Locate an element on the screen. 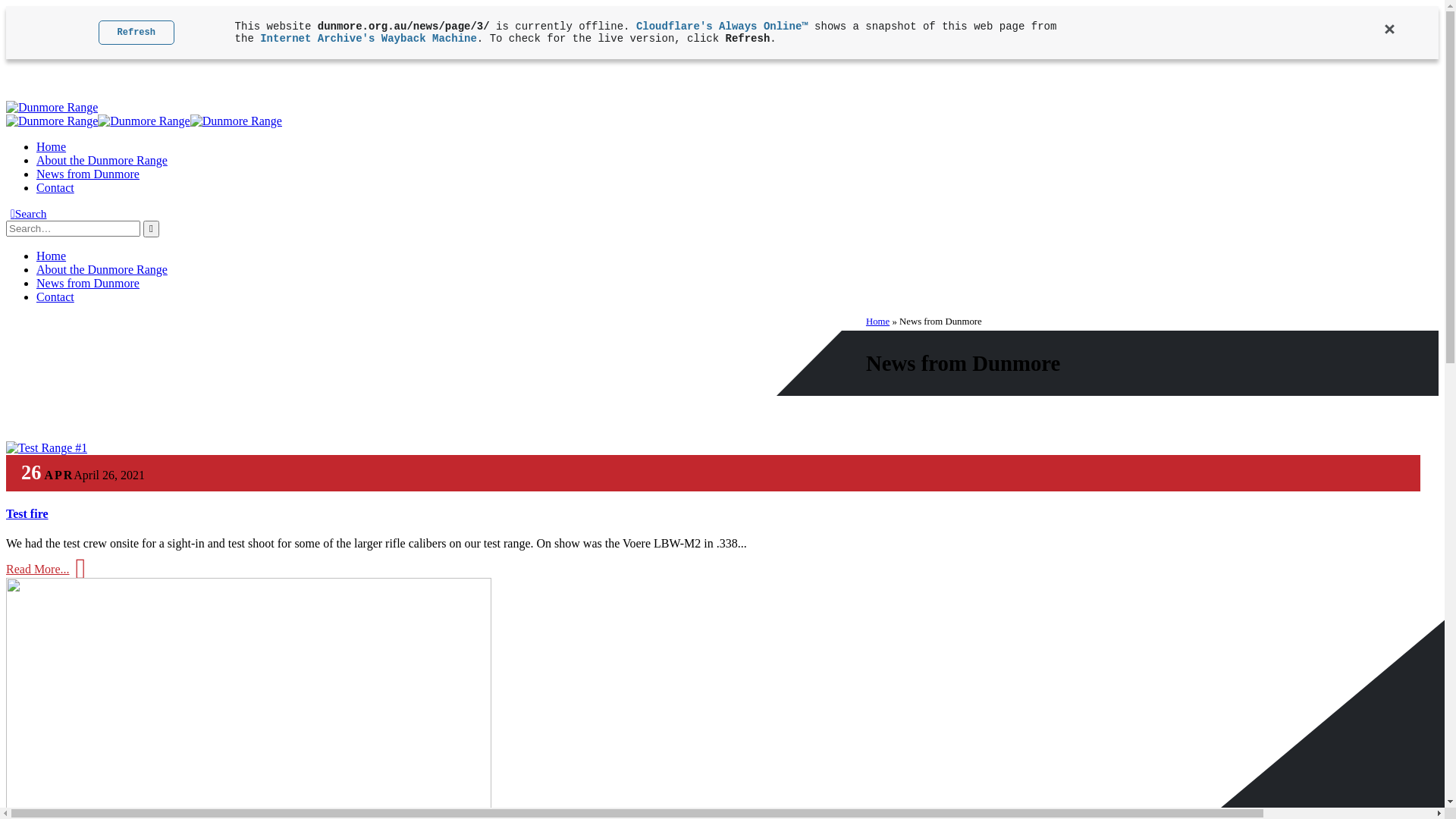 Image resolution: width=1456 pixels, height=819 pixels. 'Search' is located at coordinates (29, 213).